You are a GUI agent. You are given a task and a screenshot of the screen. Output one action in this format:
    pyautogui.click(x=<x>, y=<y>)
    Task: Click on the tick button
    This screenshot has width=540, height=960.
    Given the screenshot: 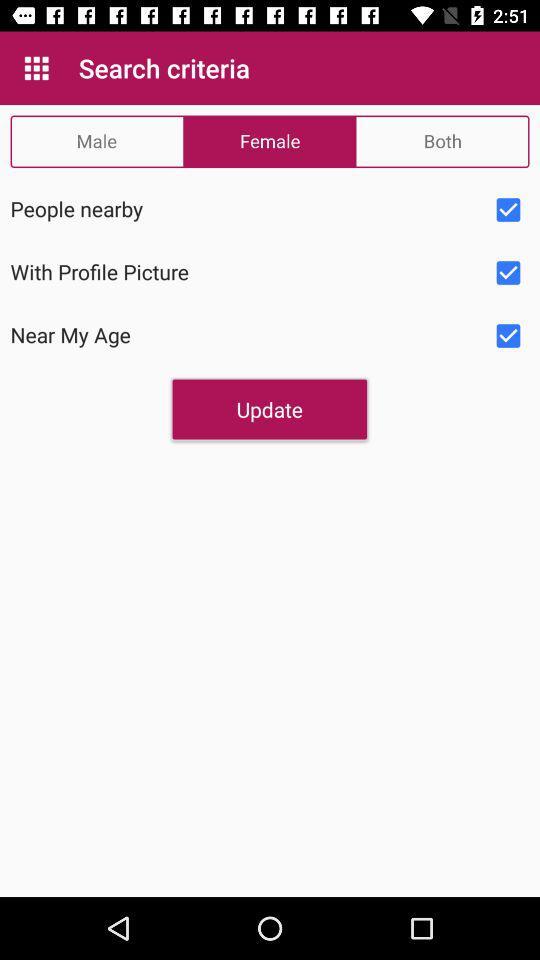 What is the action you would take?
    pyautogui.click(x=508, y=210)
    